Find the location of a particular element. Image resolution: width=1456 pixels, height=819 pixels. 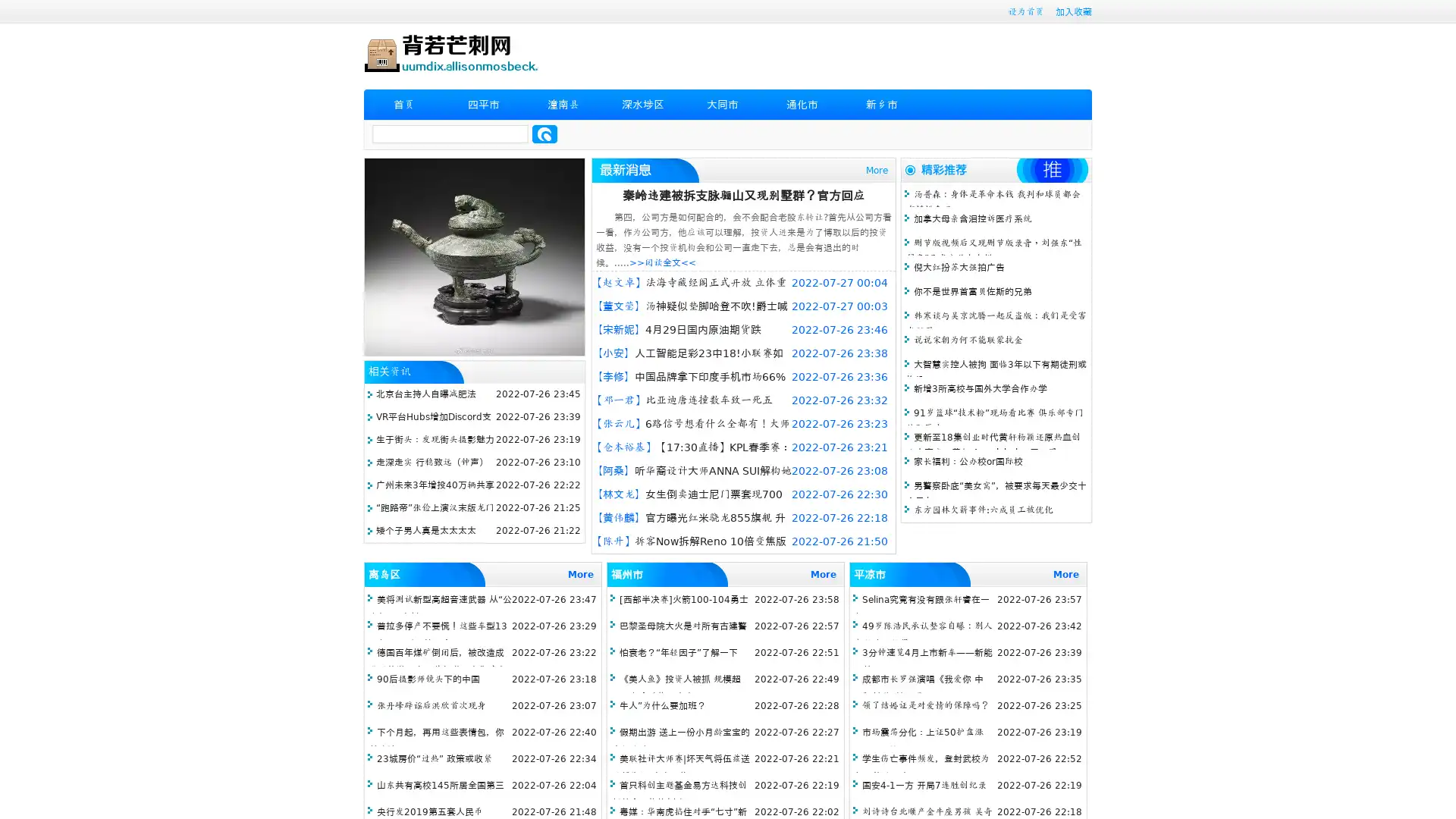

Search is located at coordinates (544, 133).